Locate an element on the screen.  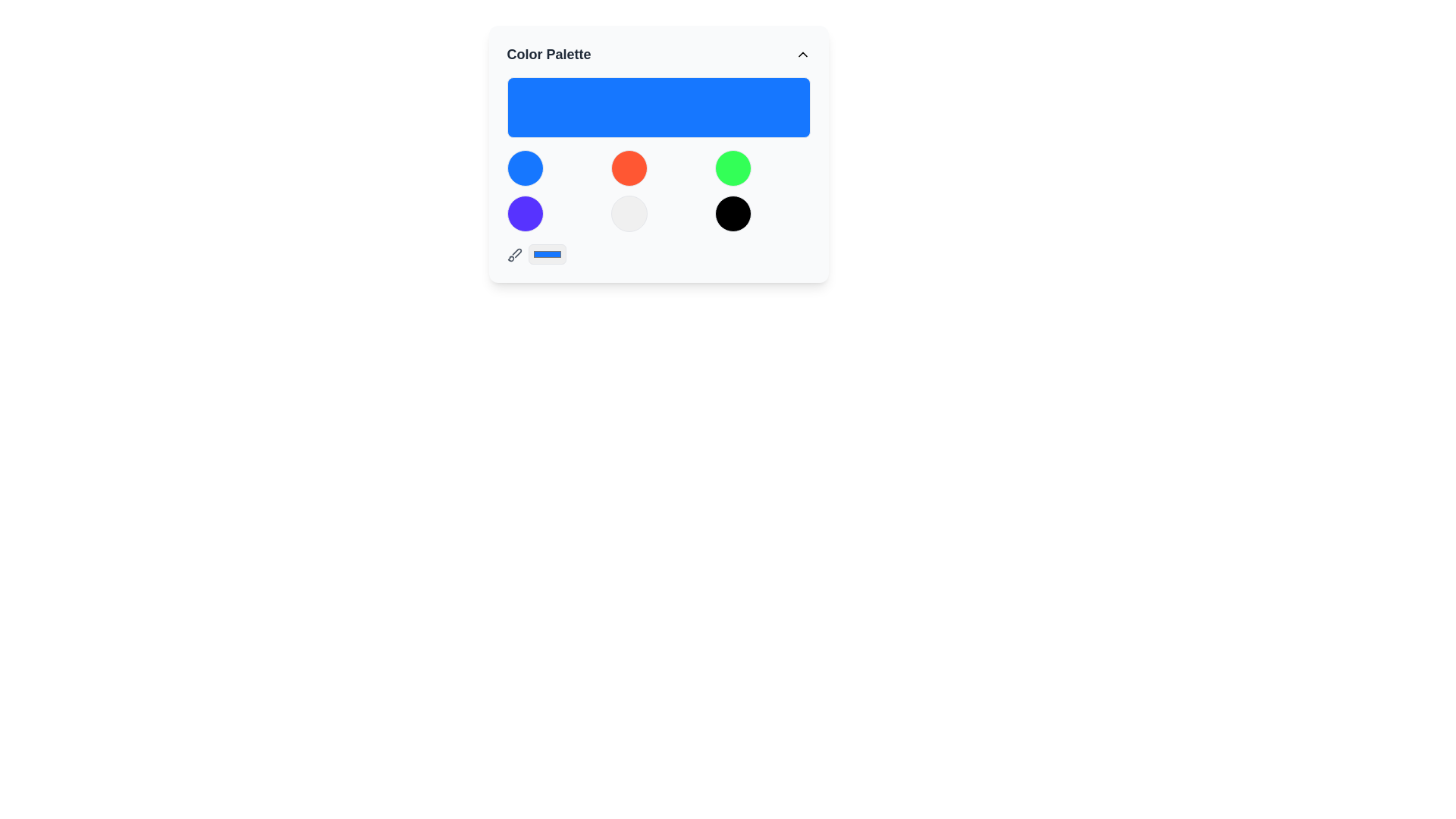
the green button located in the top row, third column of a 3x2 grid is located at coordinates (733, 168).